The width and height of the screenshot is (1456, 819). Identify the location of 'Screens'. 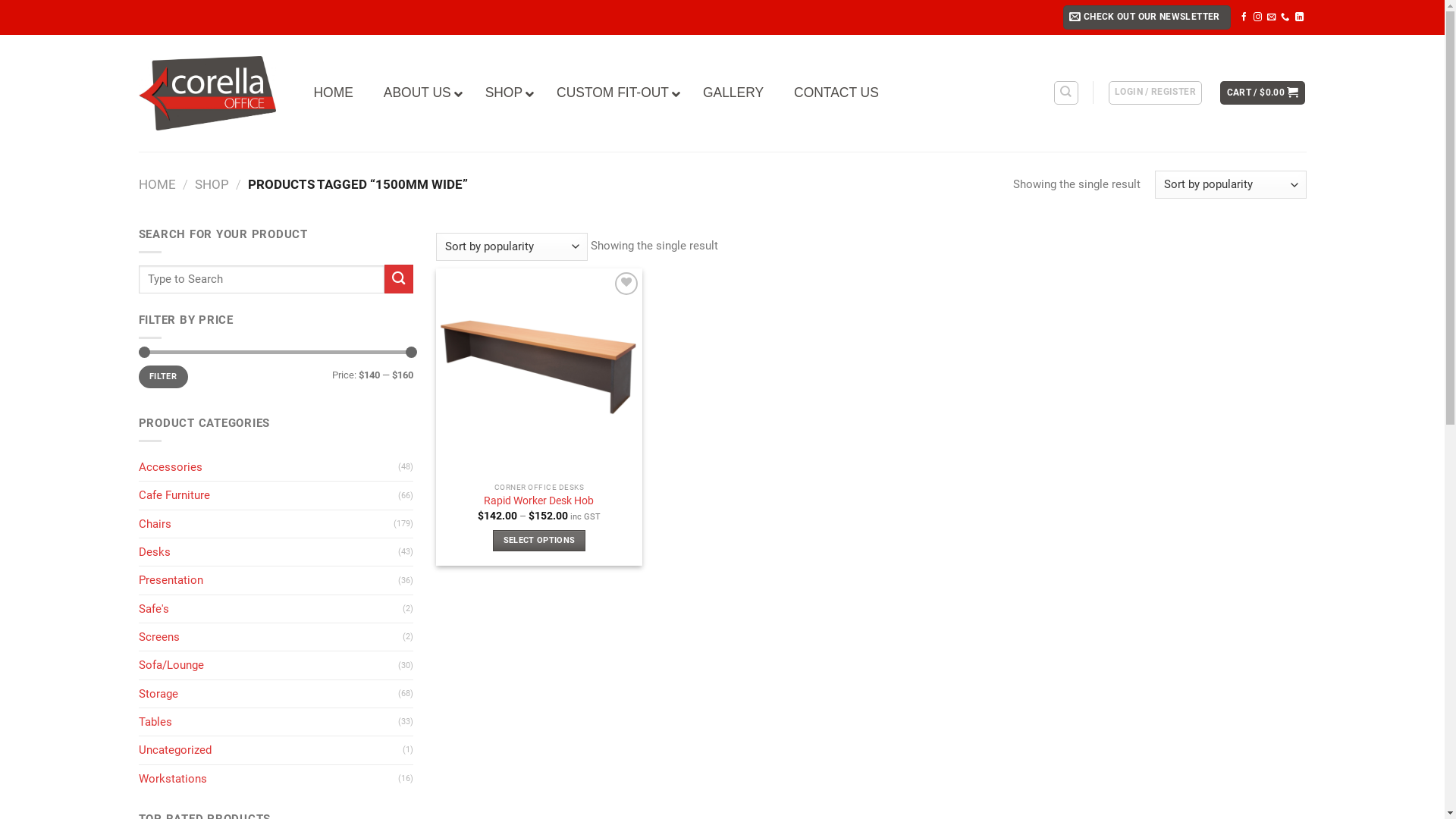
(270, 637).